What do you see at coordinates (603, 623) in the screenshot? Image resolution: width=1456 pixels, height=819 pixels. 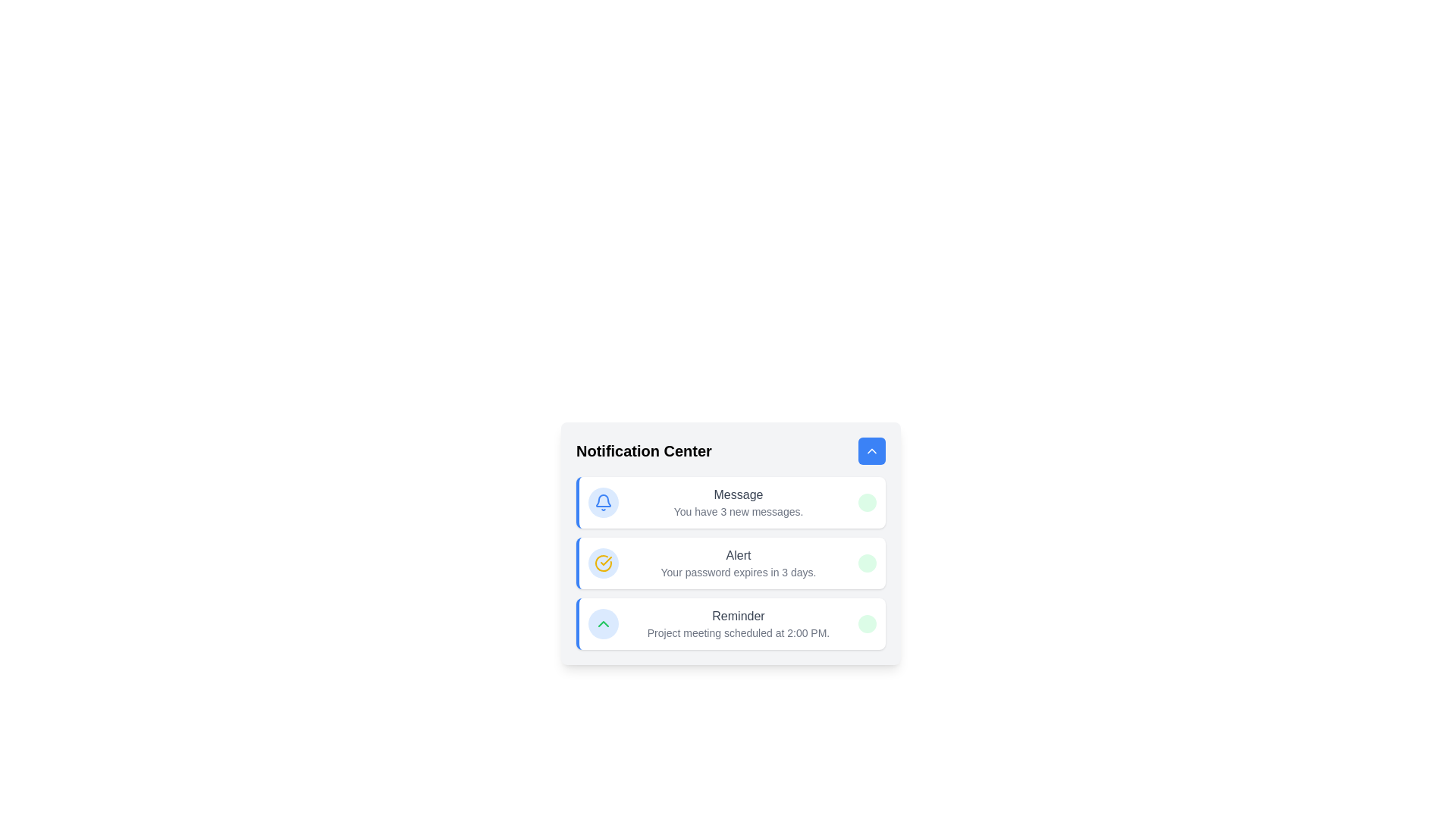 I see `the green upward-pointing chevron icon button located in the top-right corner of the notification widget interface to change its visual state` at bounding box center [603, 623].